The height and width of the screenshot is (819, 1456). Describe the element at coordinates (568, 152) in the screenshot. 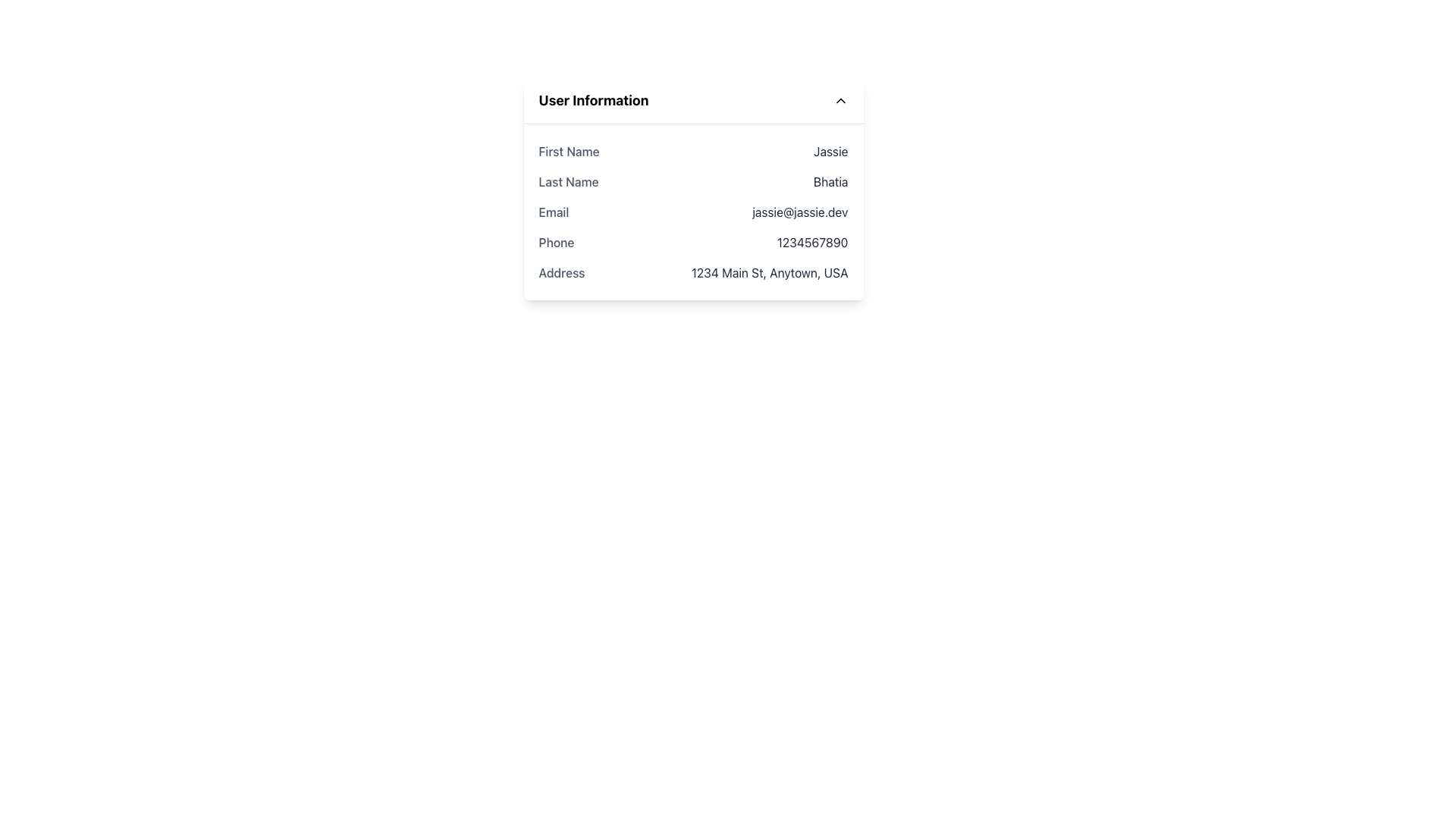

I see `the static text element labeled 'First Name' which is styled in gray and is part of the 'User Information' section, positioned above 'Last Name'` at that location.